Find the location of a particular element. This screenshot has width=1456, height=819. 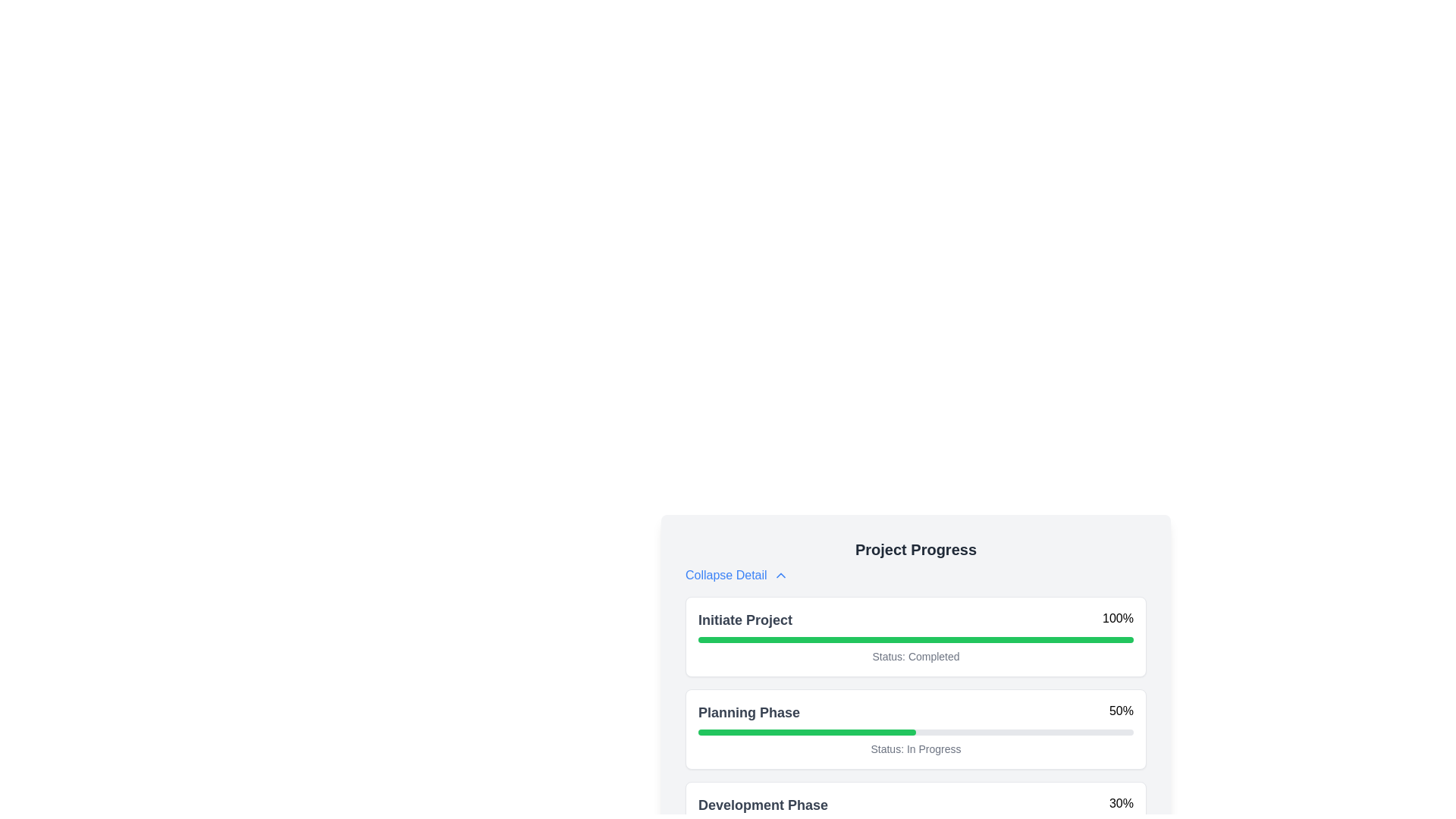

the visual representation of the green progress bar segment that occupies the left half of the 'Planning Phase' section's progress bar is located at coordinates (806, 731).